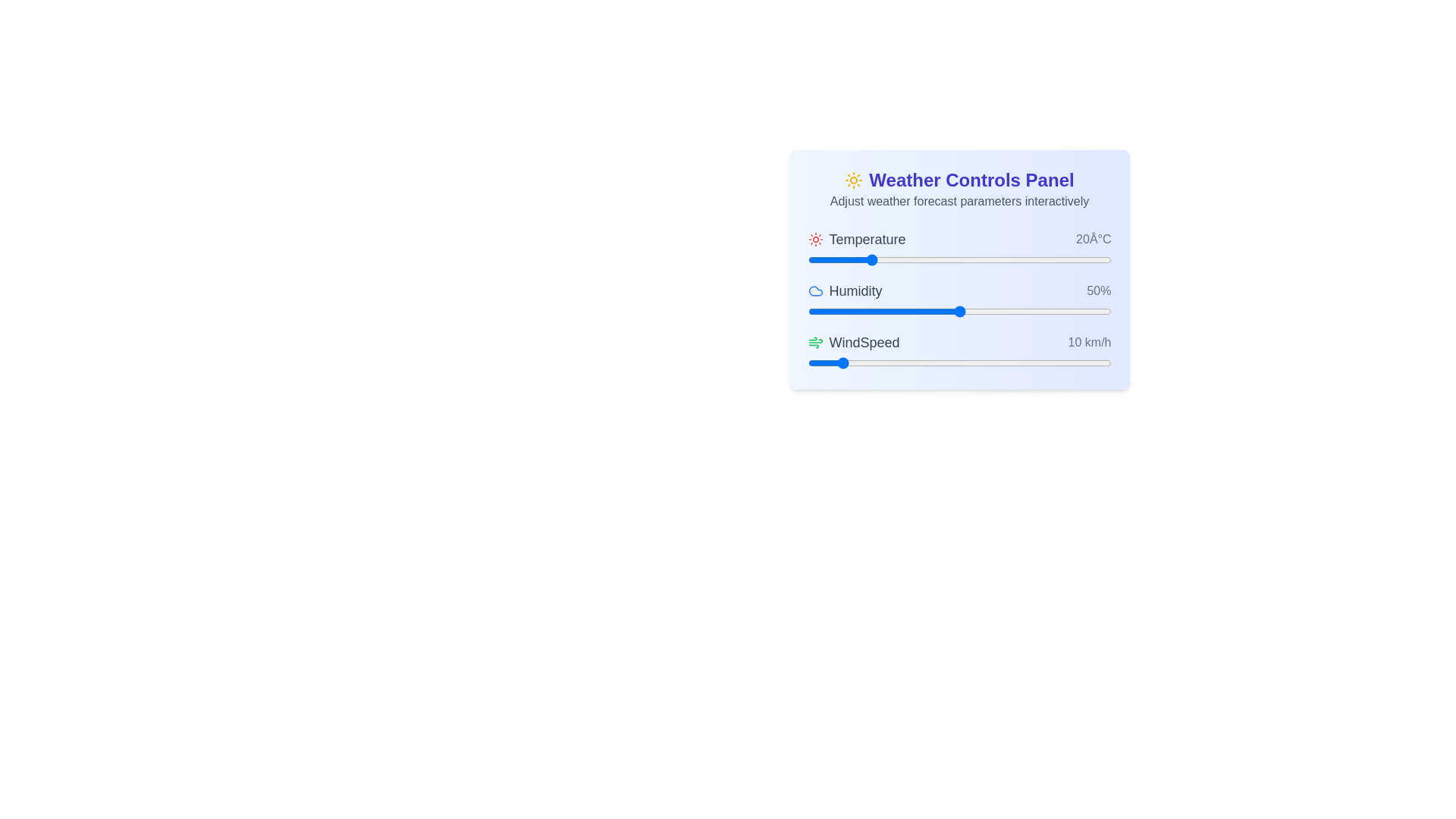 Image resolution: width=1456 pixels, height=819 pixels. Describe the element at coordinates (952, 362) in the screenshot. I see `the wind speed slider to set the wind speed to 48 km/h` at that location.